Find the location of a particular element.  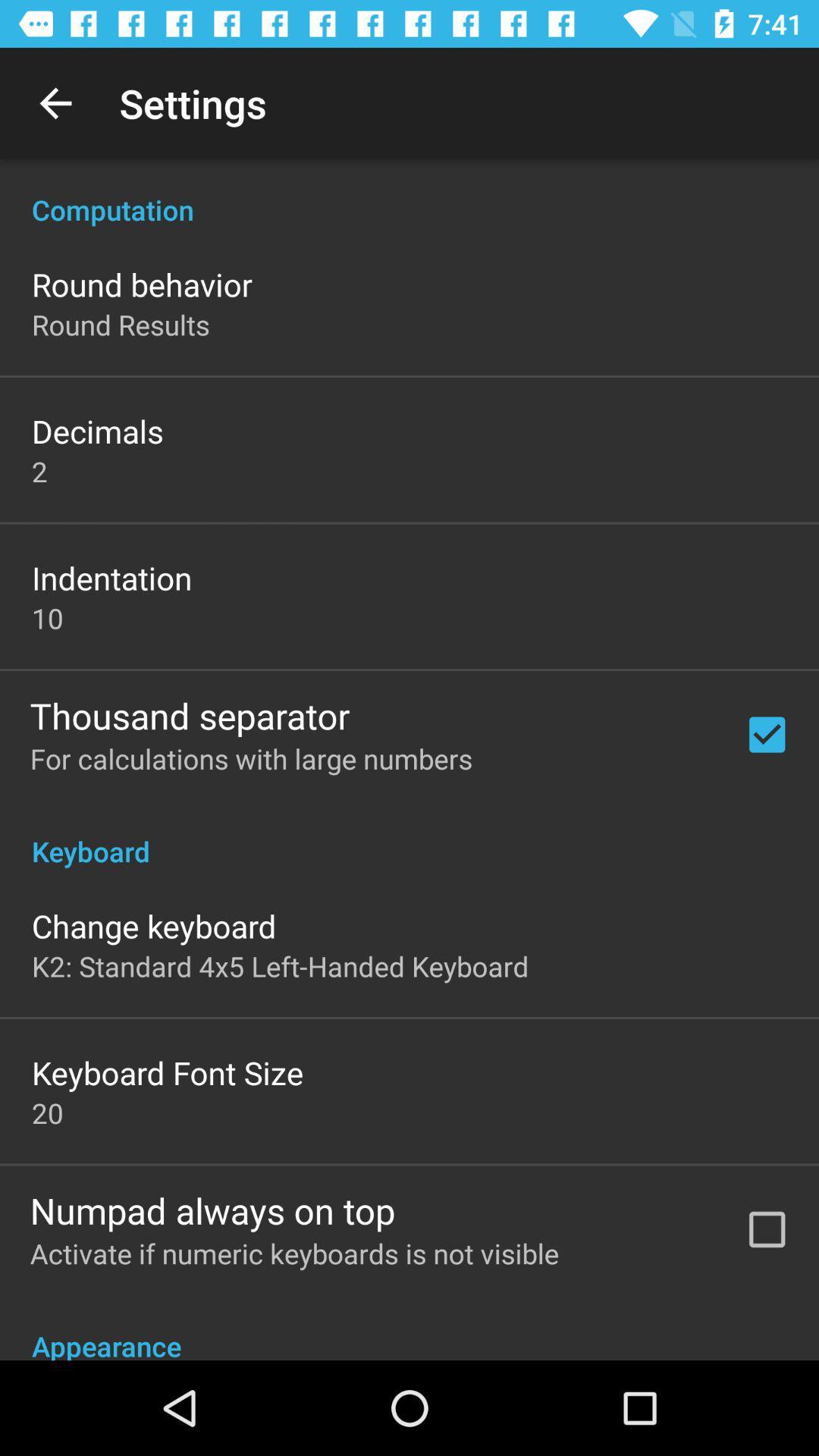

the item below the 2 icon is located at coordinates (111, 577).